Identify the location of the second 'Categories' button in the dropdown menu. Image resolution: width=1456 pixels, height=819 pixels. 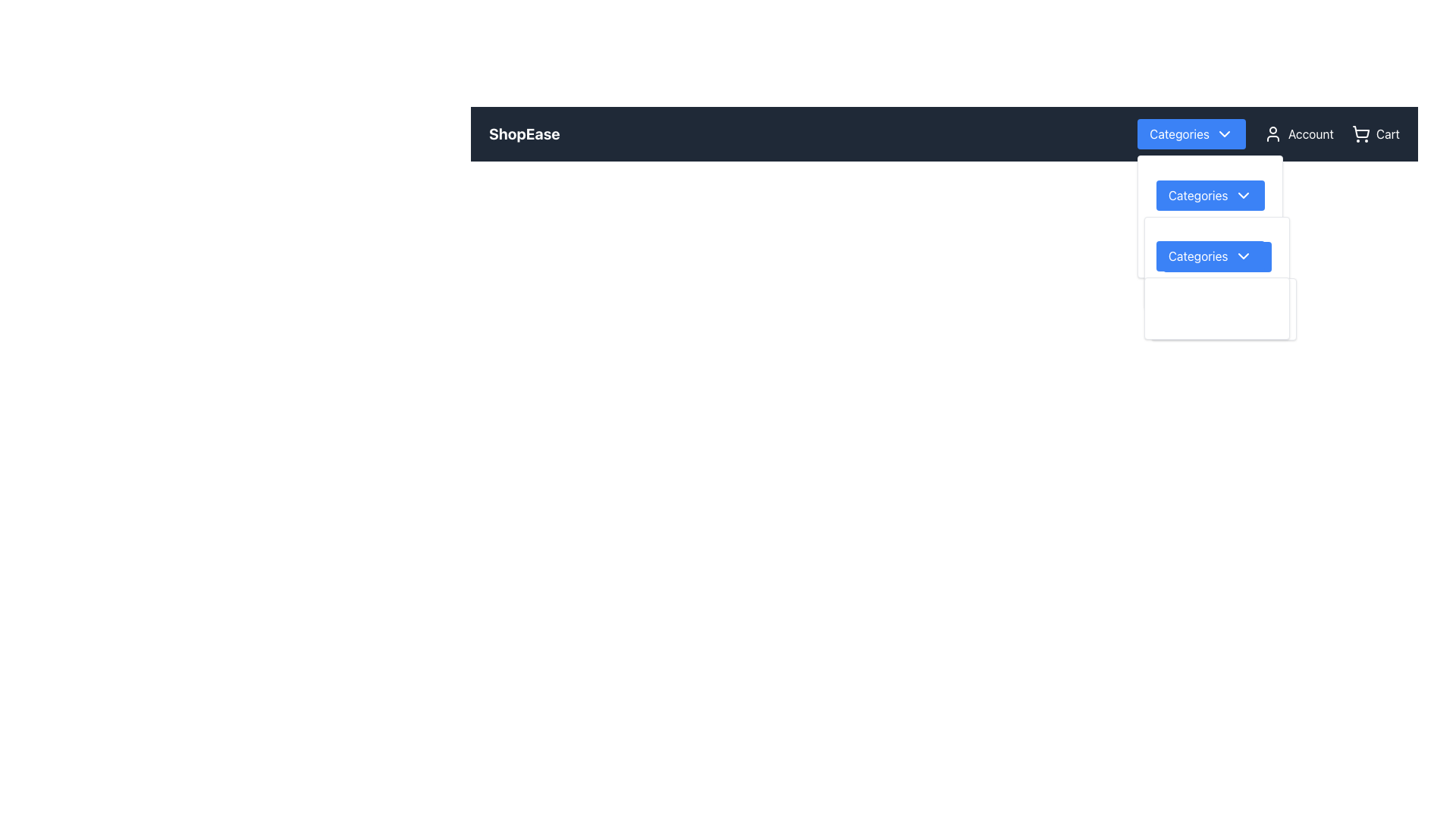
(1210, 256).